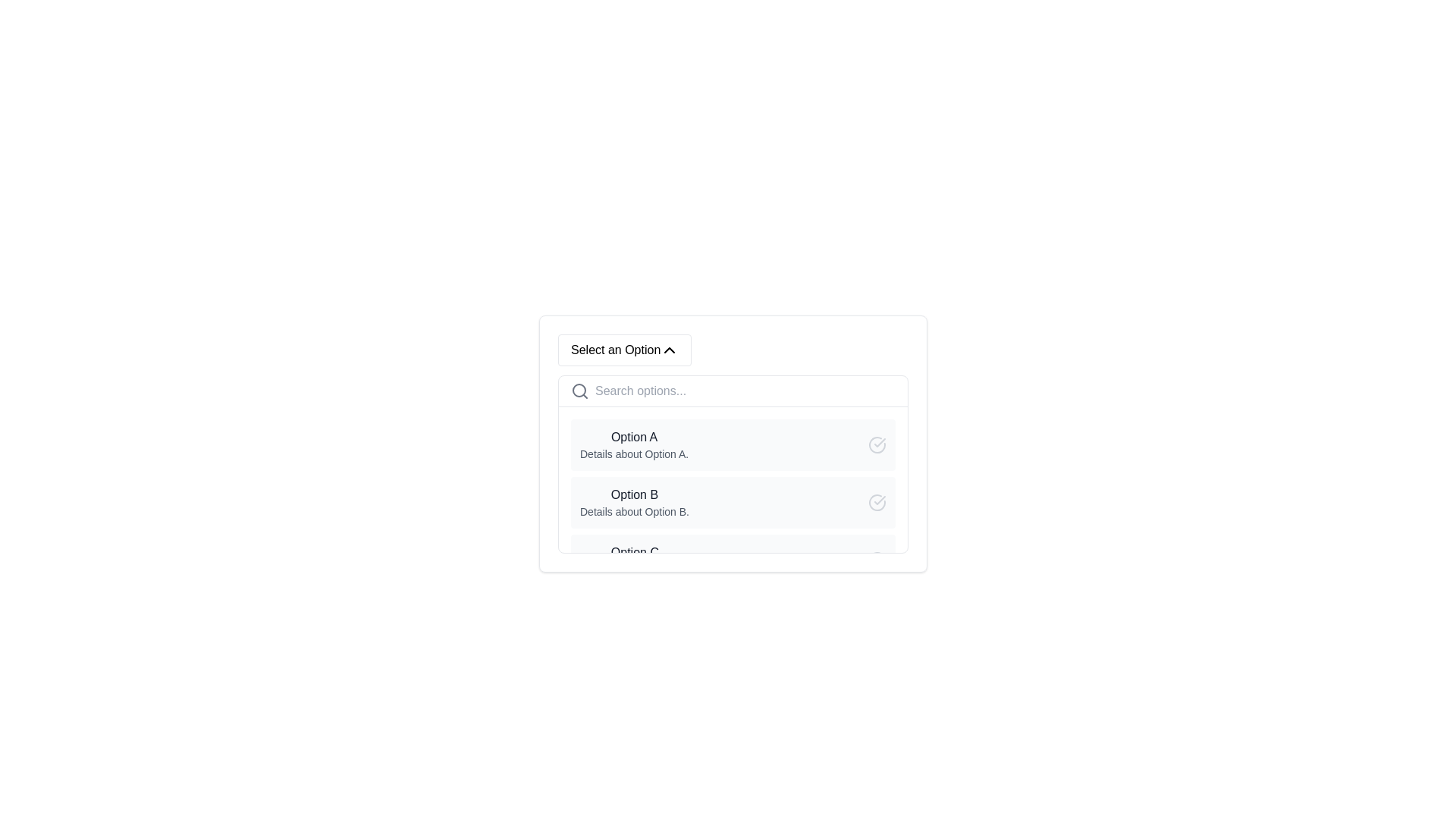  I want to click on the 'Option B' label, which is a bold dark gray text header within the second option of a dropdown component, so click(634, 494).